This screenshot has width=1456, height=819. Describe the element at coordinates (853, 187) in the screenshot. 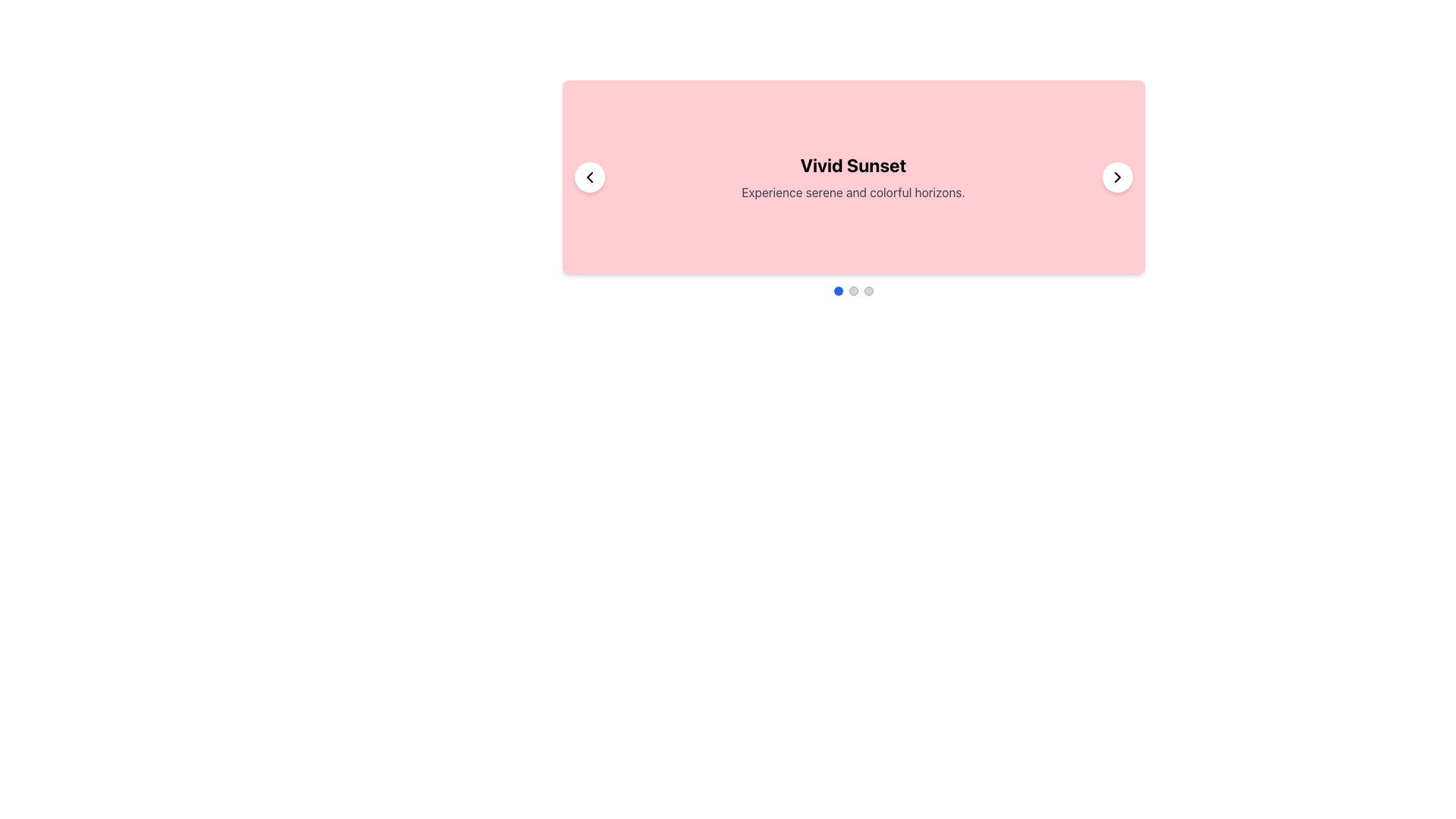

I see `displayed text in the centered text block titled 'Vivid Sunset' with the subtitle 'Experience serene and colorful horizons.'` at that location.